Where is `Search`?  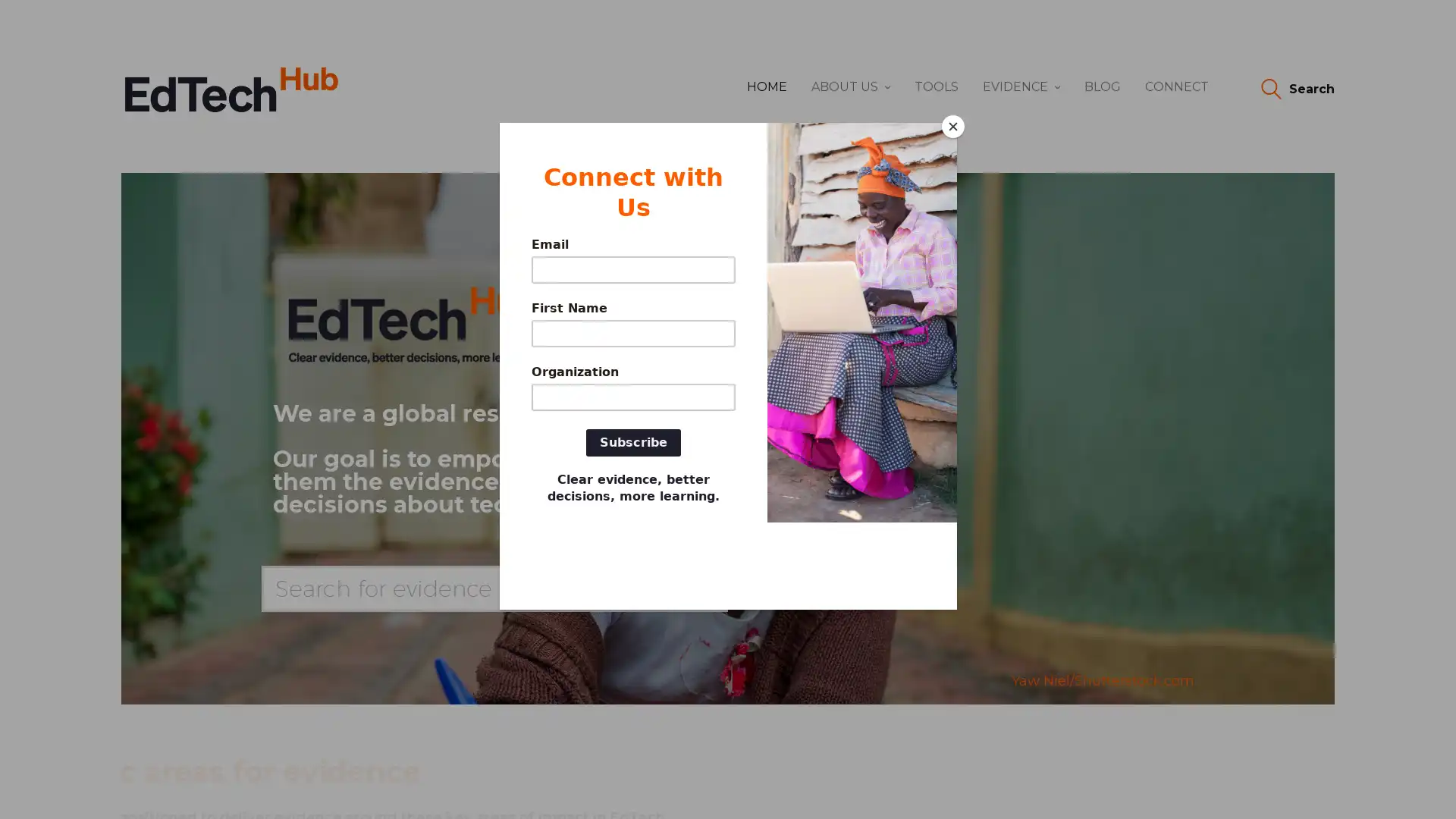 Search is located at coordinates (1296, 89).